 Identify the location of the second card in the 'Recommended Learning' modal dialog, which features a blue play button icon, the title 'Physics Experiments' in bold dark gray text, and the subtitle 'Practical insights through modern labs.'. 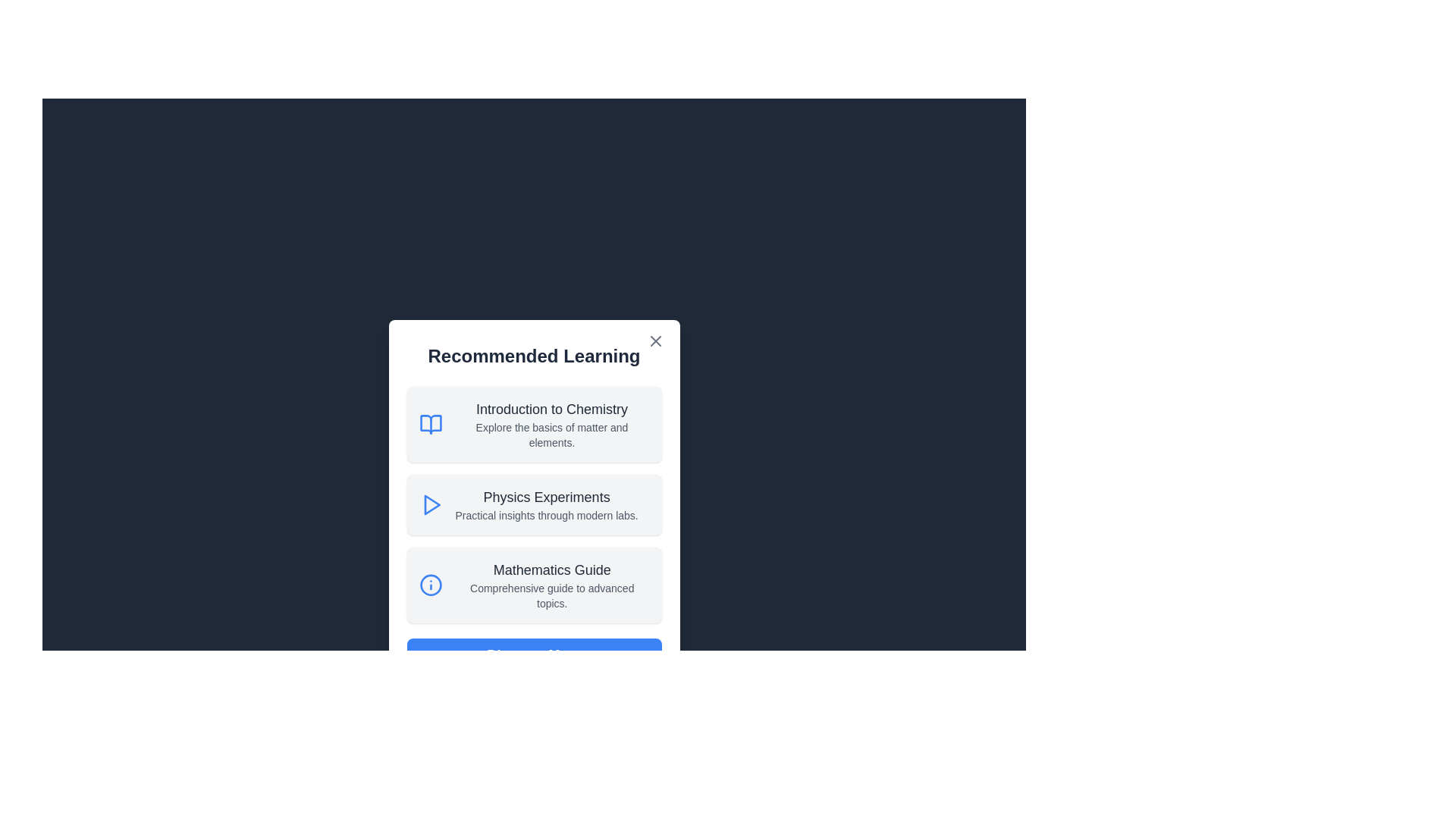
(534, 505).